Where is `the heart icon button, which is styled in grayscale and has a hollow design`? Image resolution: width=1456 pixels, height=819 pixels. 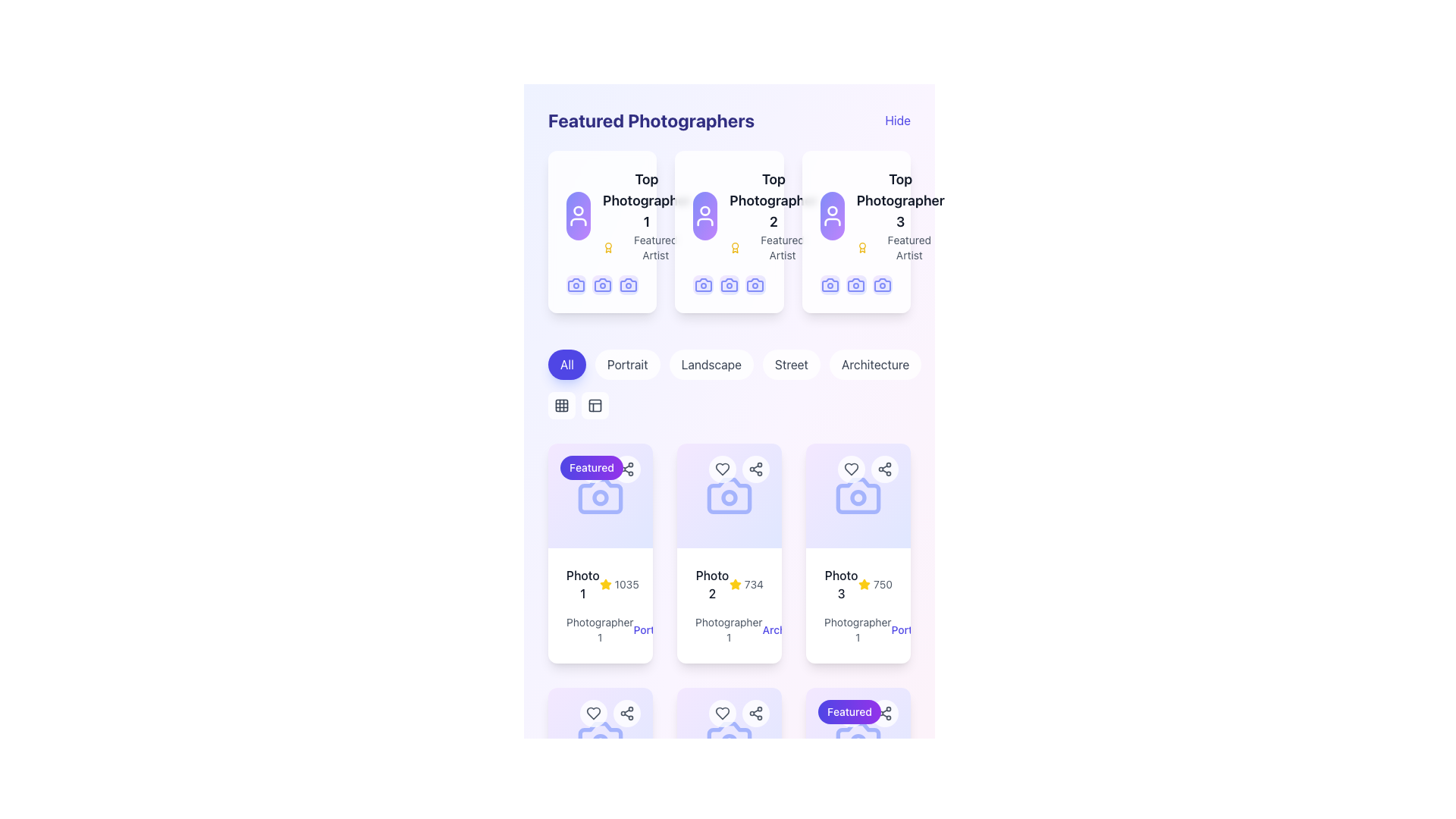
the heart icon button, which is styled in grayscale and has a hollow design is located at coordinates (852, 468).